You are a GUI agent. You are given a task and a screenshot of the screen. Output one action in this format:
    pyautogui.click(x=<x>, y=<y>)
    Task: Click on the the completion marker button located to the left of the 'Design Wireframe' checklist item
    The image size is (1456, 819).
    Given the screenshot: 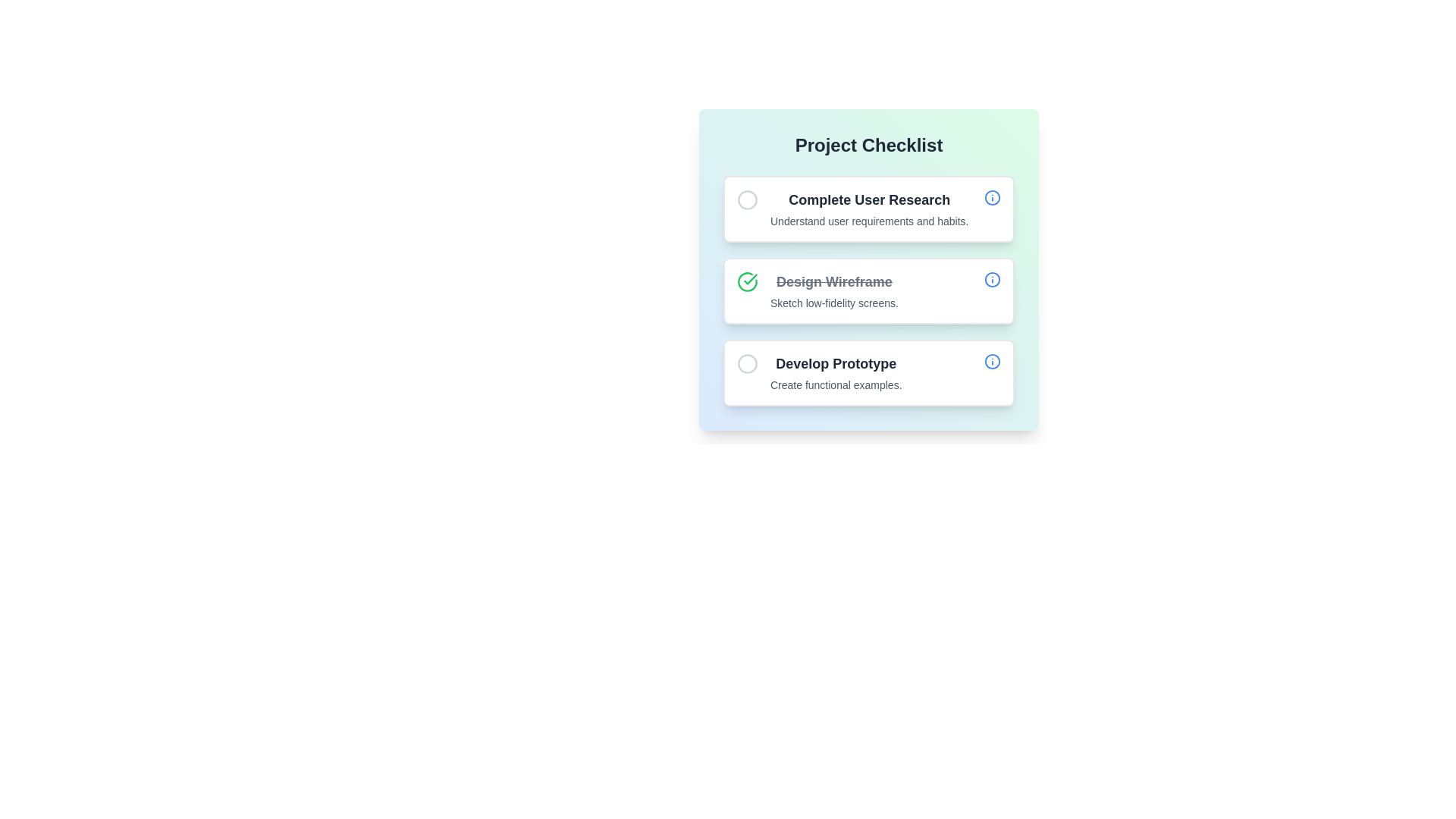 What is the action you would take?
    pyautogui.click(x=747, y=281)
    